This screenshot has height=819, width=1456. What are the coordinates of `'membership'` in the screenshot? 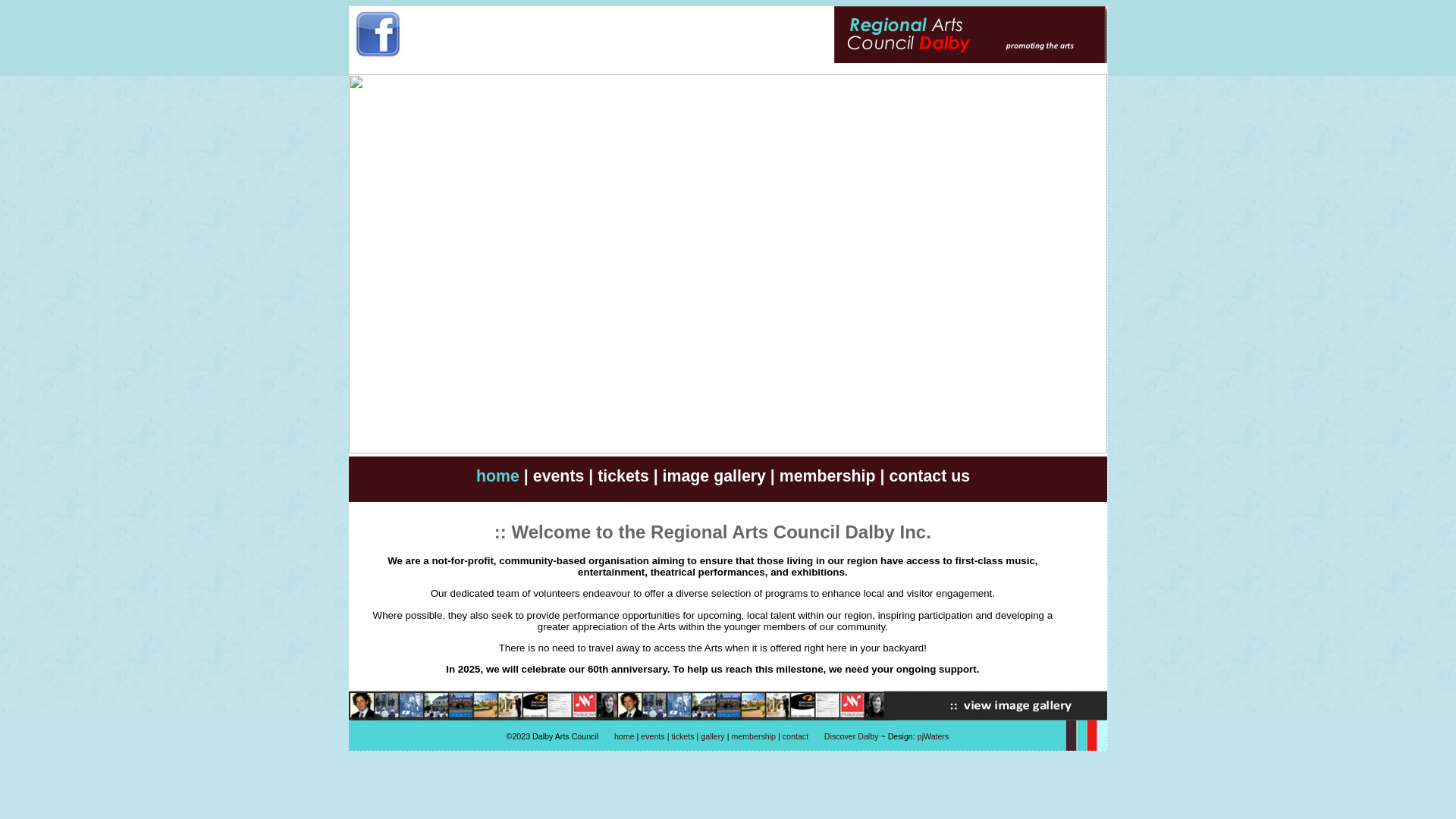 It's located at (827, 475).